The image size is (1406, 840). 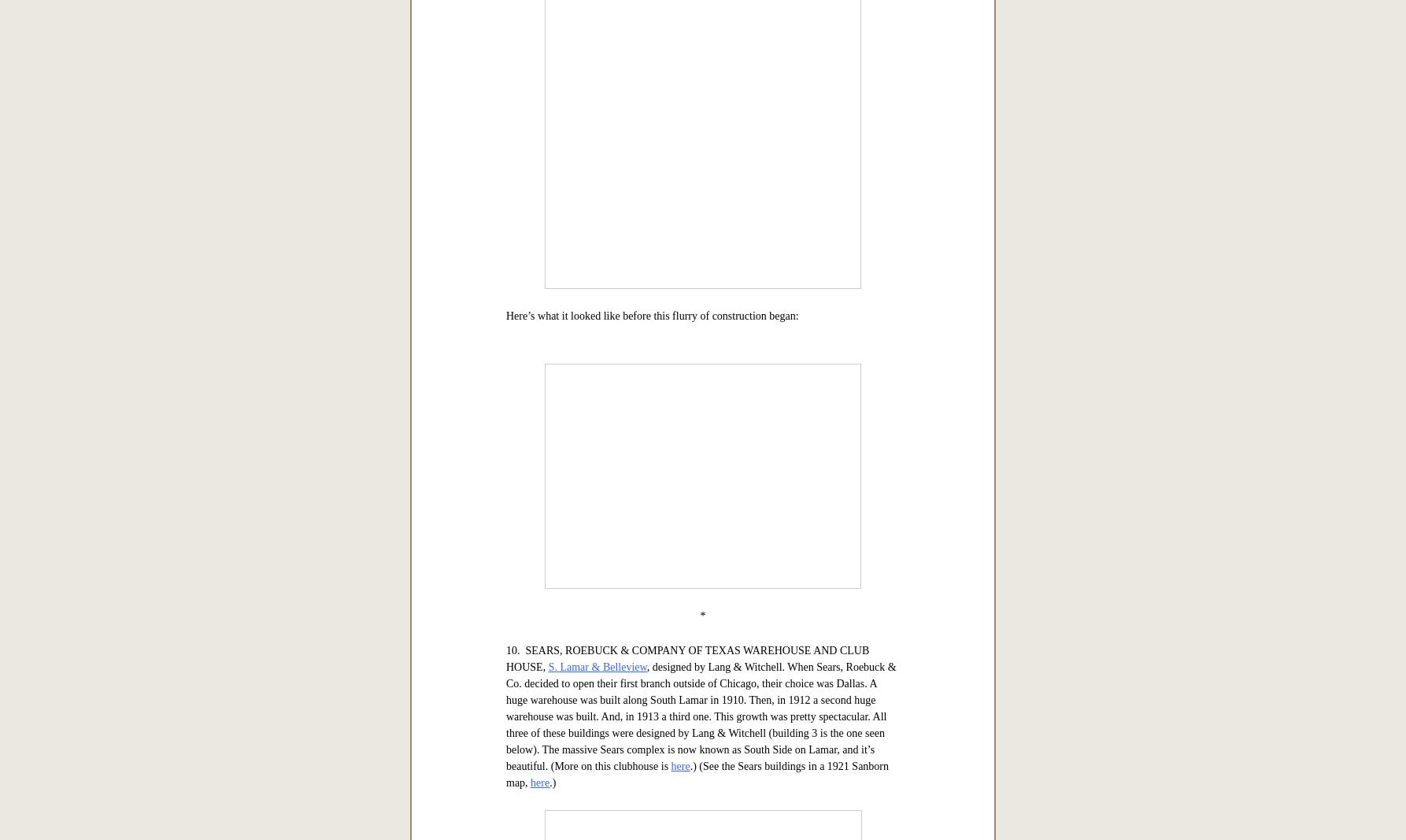 I want to click on 'Main & Lamar', so click(x=718, y=124).